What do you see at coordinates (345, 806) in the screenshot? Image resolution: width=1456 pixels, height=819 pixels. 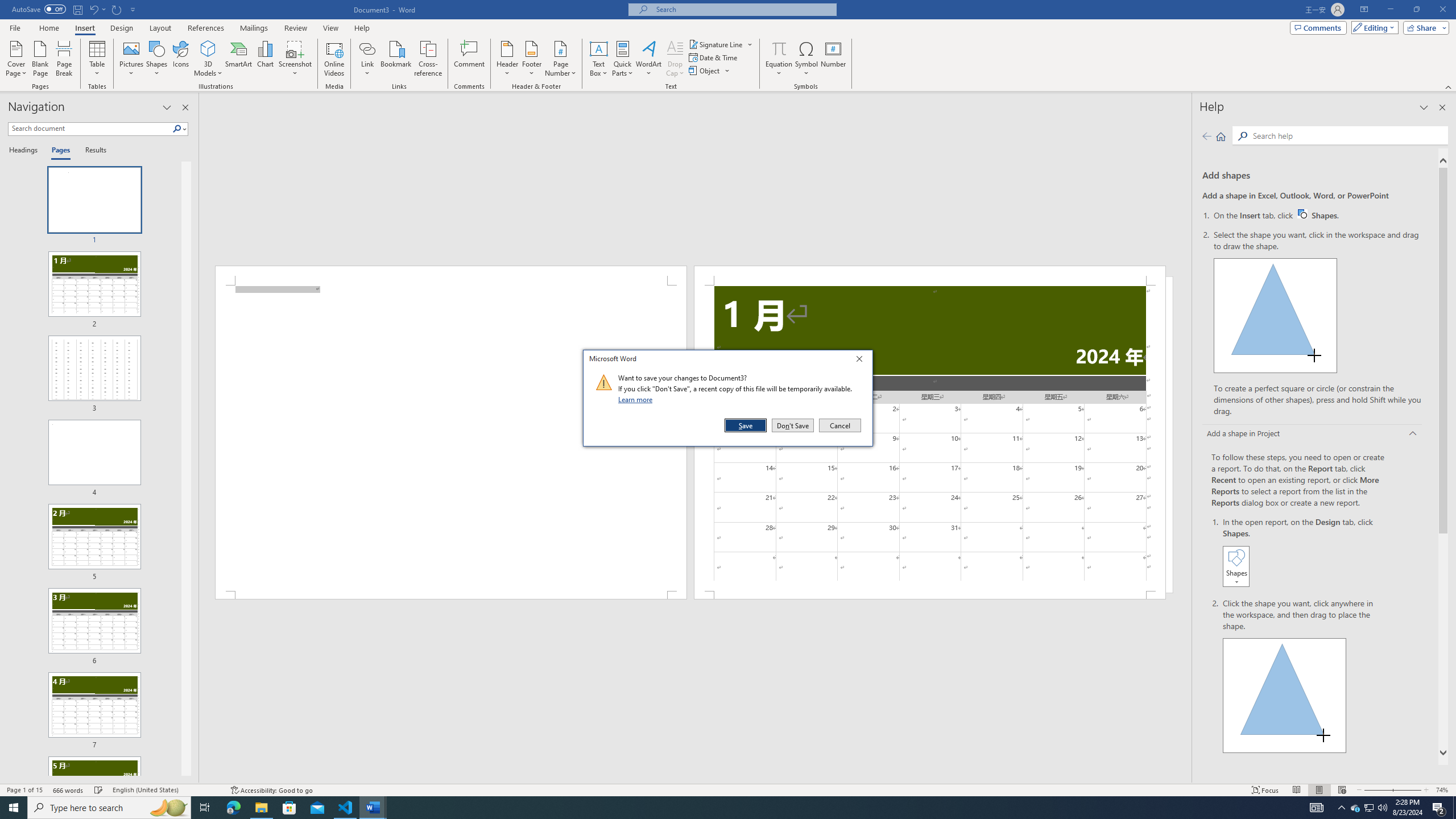 I see `'Visual Studio Code - 1 running window'` at bounding box center [345, 806].